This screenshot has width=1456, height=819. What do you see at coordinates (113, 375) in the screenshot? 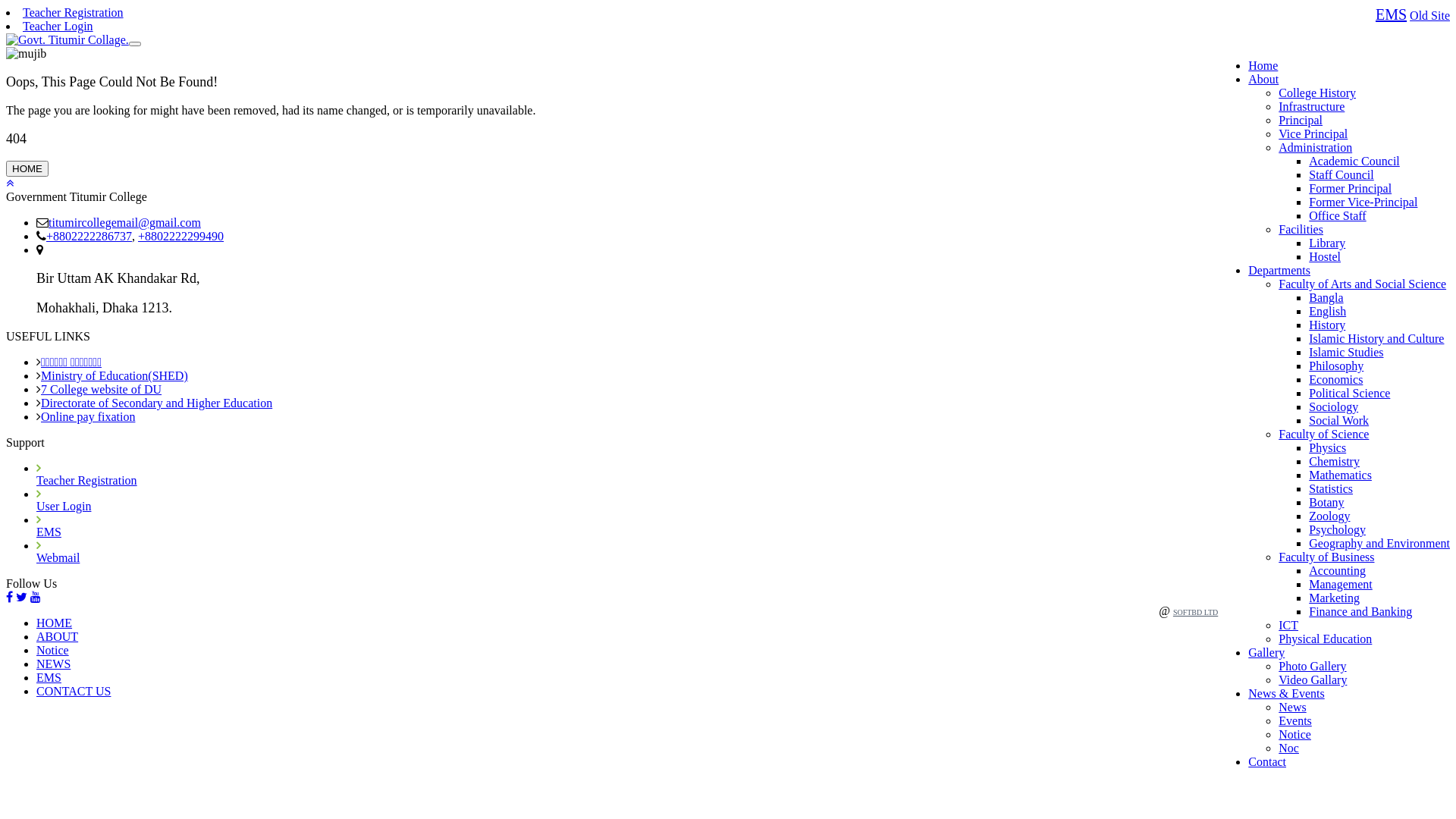
I see `'Ministry of Education(SHED)'` at bounding box center [113, 375].